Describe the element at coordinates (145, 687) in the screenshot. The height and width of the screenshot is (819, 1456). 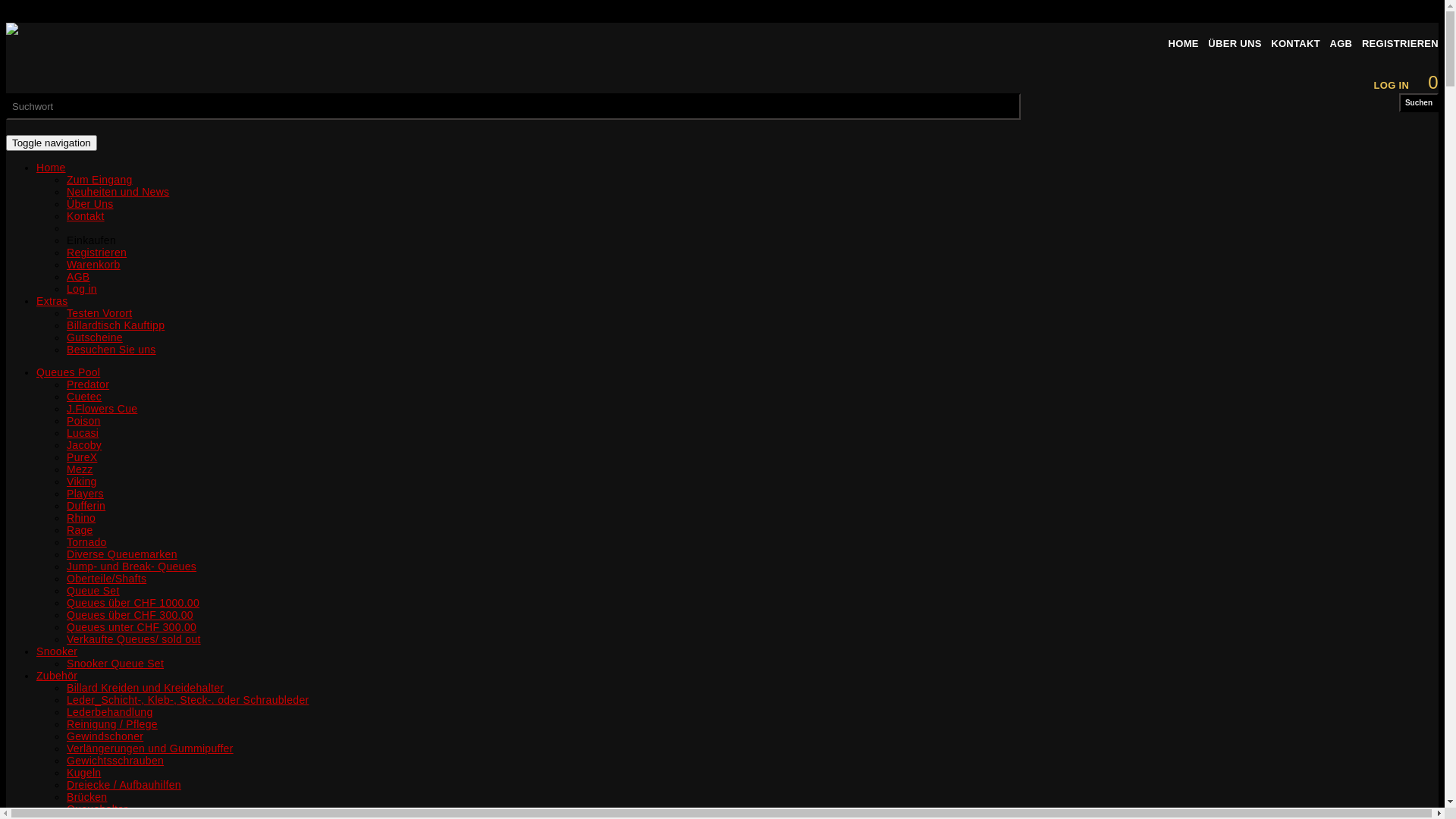
I see `'Billard Kreiden und Kreidehalter'` at that location.